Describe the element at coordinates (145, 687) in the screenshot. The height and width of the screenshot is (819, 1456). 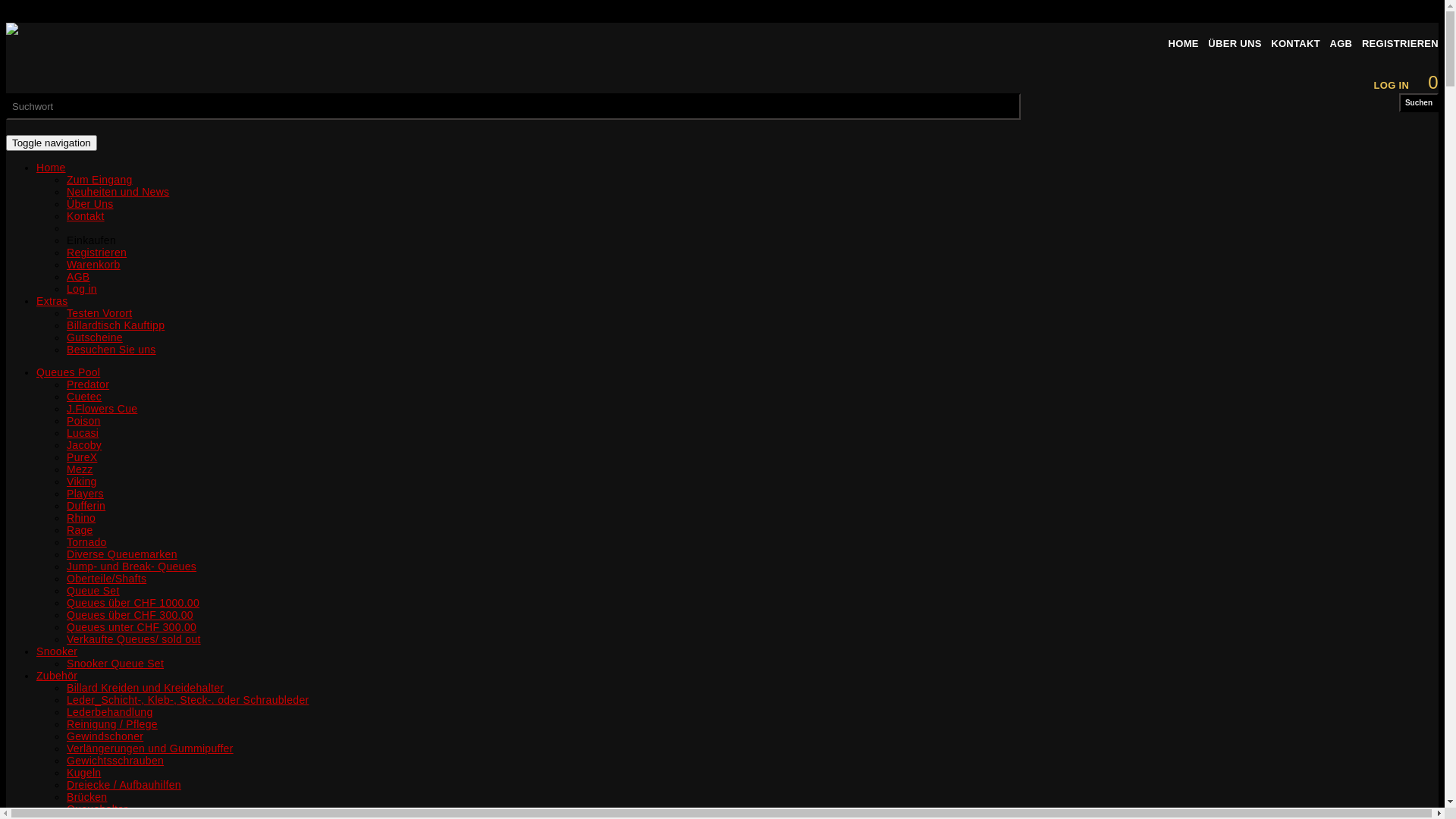
I see `'Billard Kreiden und Kreidehalter'` at that location.